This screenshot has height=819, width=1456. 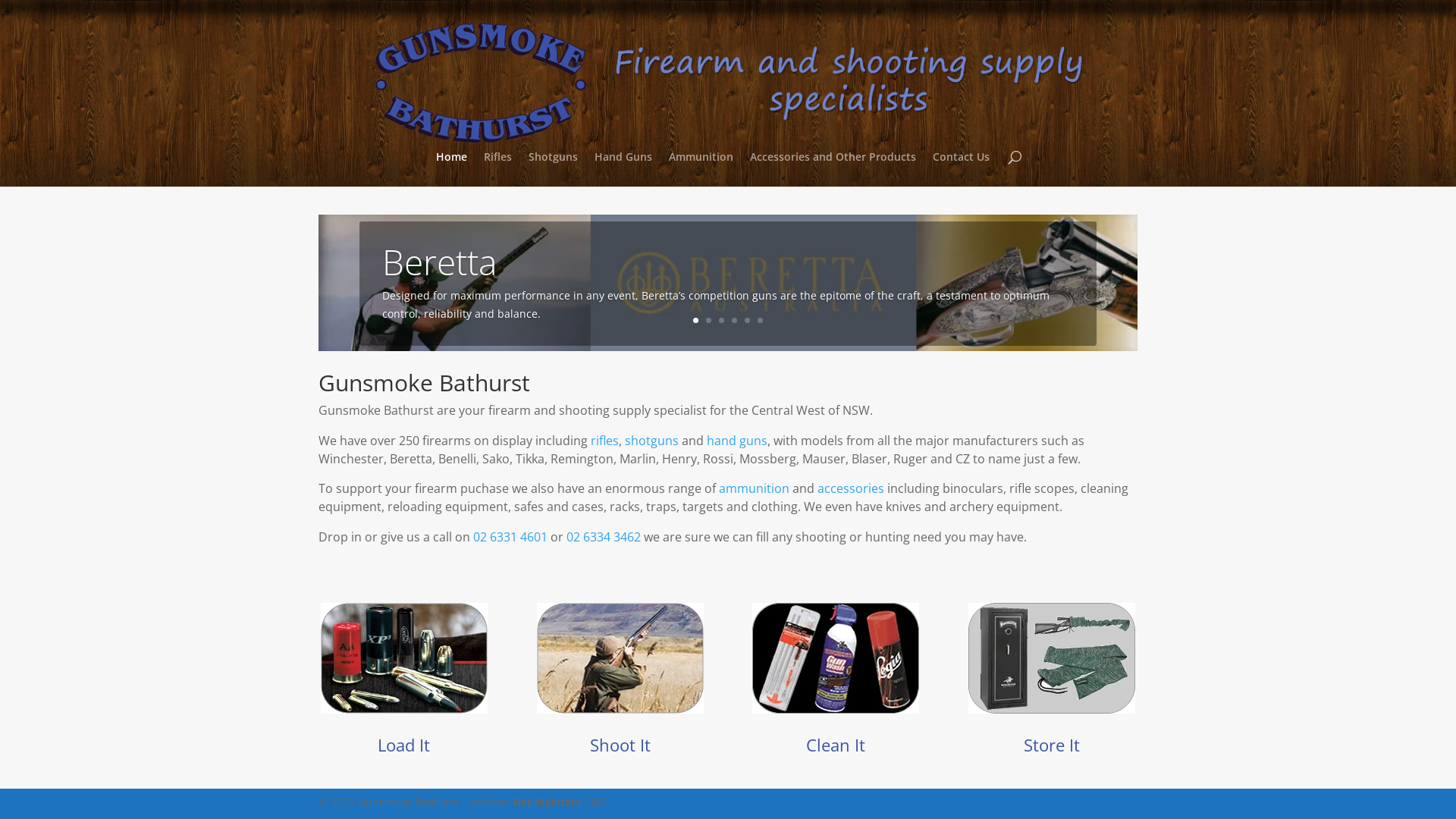 I want to click on 'Accessories and Other Products', so click(x=832, y=169).